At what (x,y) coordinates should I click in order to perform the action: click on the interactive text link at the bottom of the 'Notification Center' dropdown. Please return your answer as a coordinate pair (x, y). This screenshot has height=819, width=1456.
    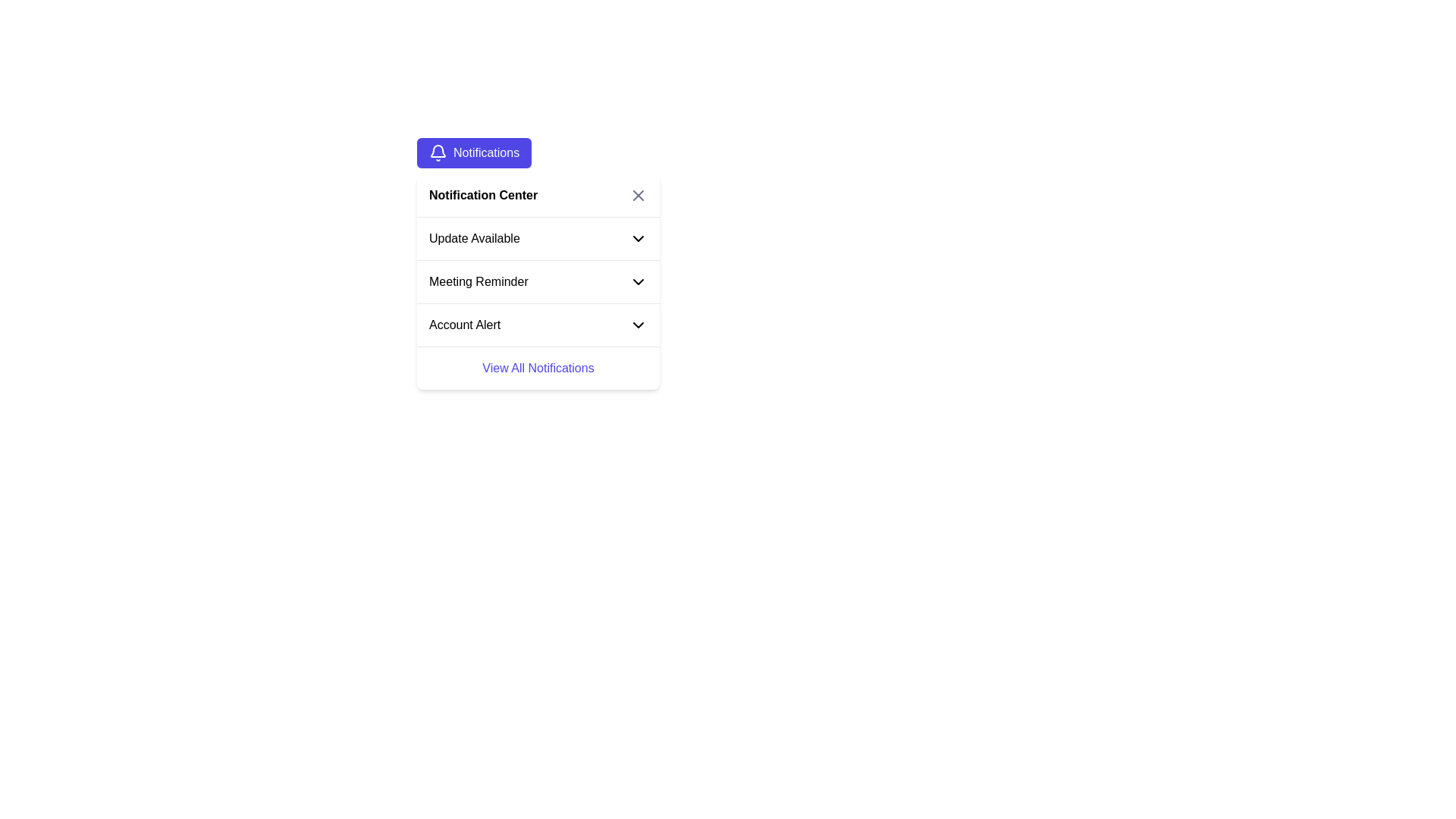
    Looking at the image, I should click on (538, 368).